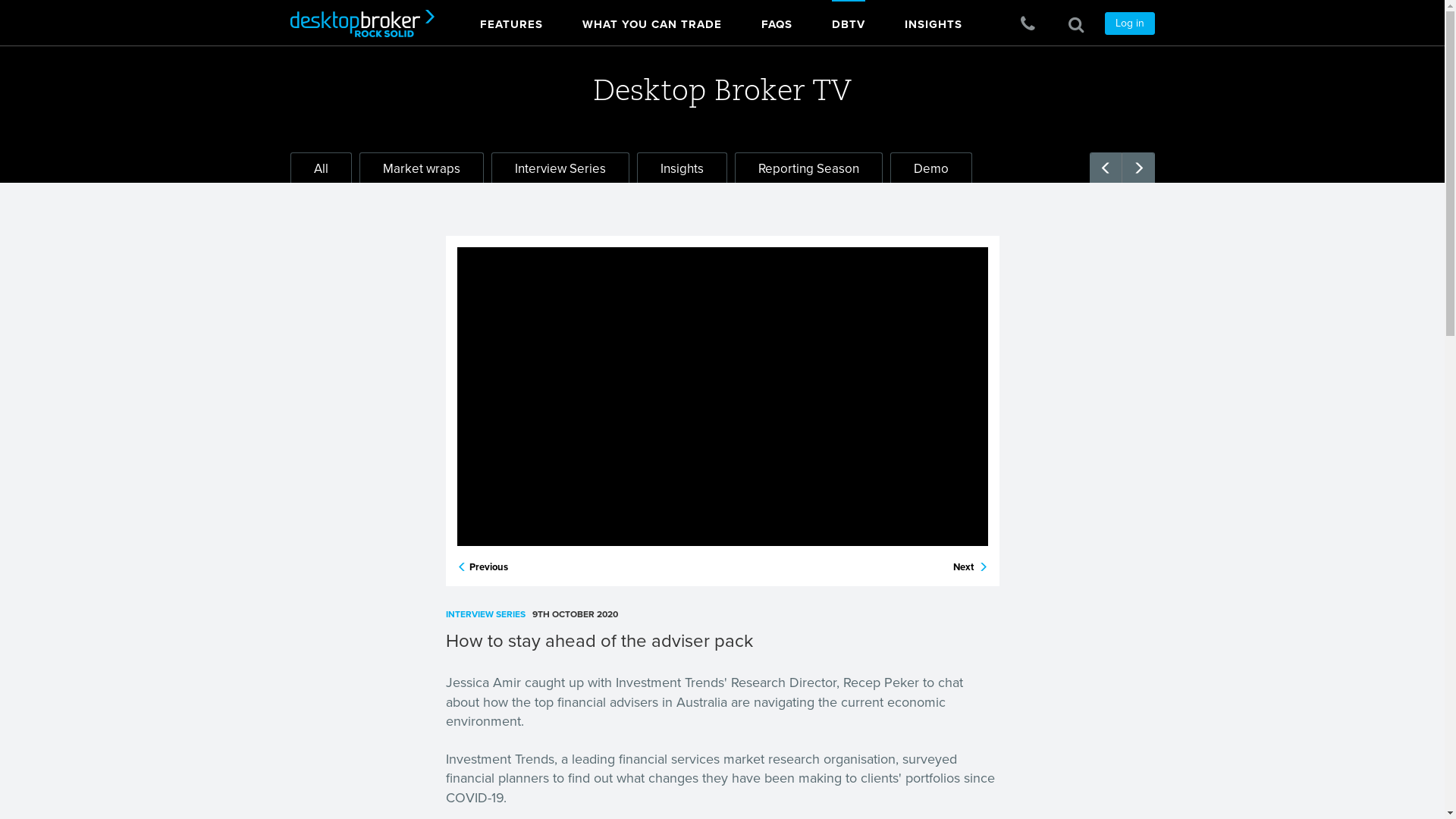  What do you see at coordinates (510, 20) in the screenshot?
I see `'FEATURES'` at bounding box center [510, 20].